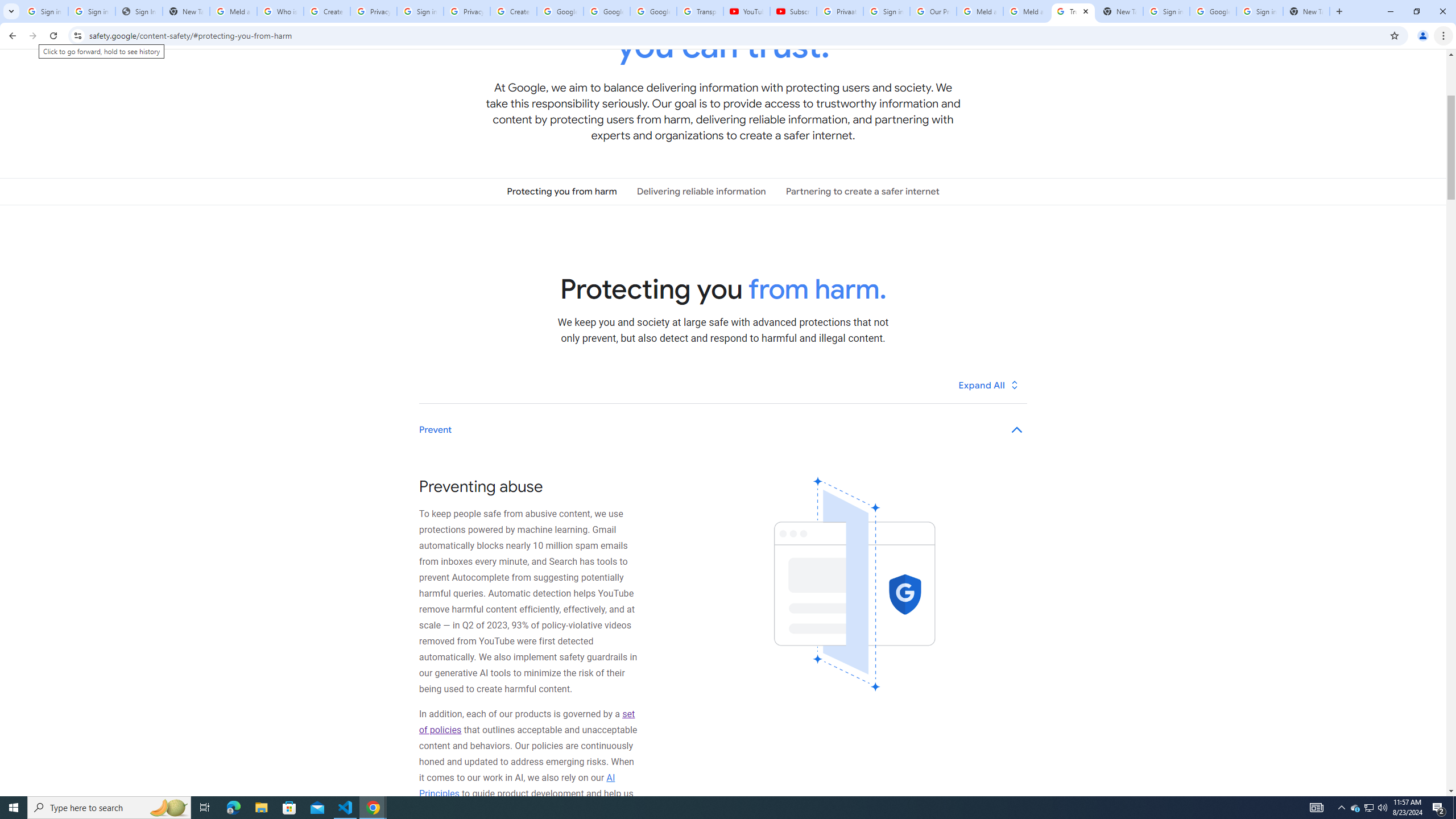 This screenshot has width=1456, height=819. What do you see at coordinates (280, 11) in the screenshot?
I see `'Who is my administrator? - Google Account Help'` at bounding box center [280, 11].